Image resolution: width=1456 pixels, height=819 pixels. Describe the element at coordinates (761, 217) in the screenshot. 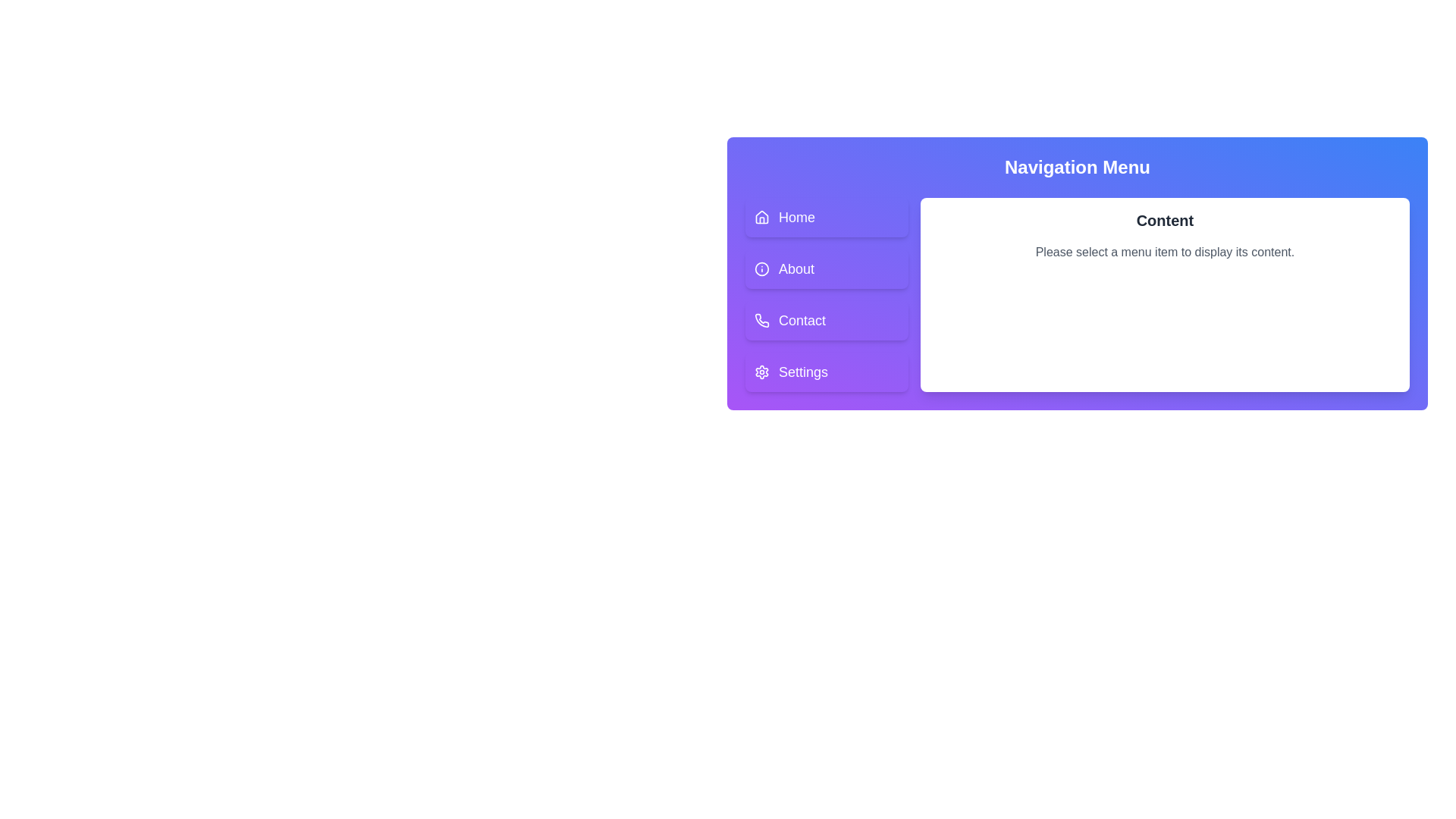

I see `the house icon located in the 'Home' menu item` at that location.